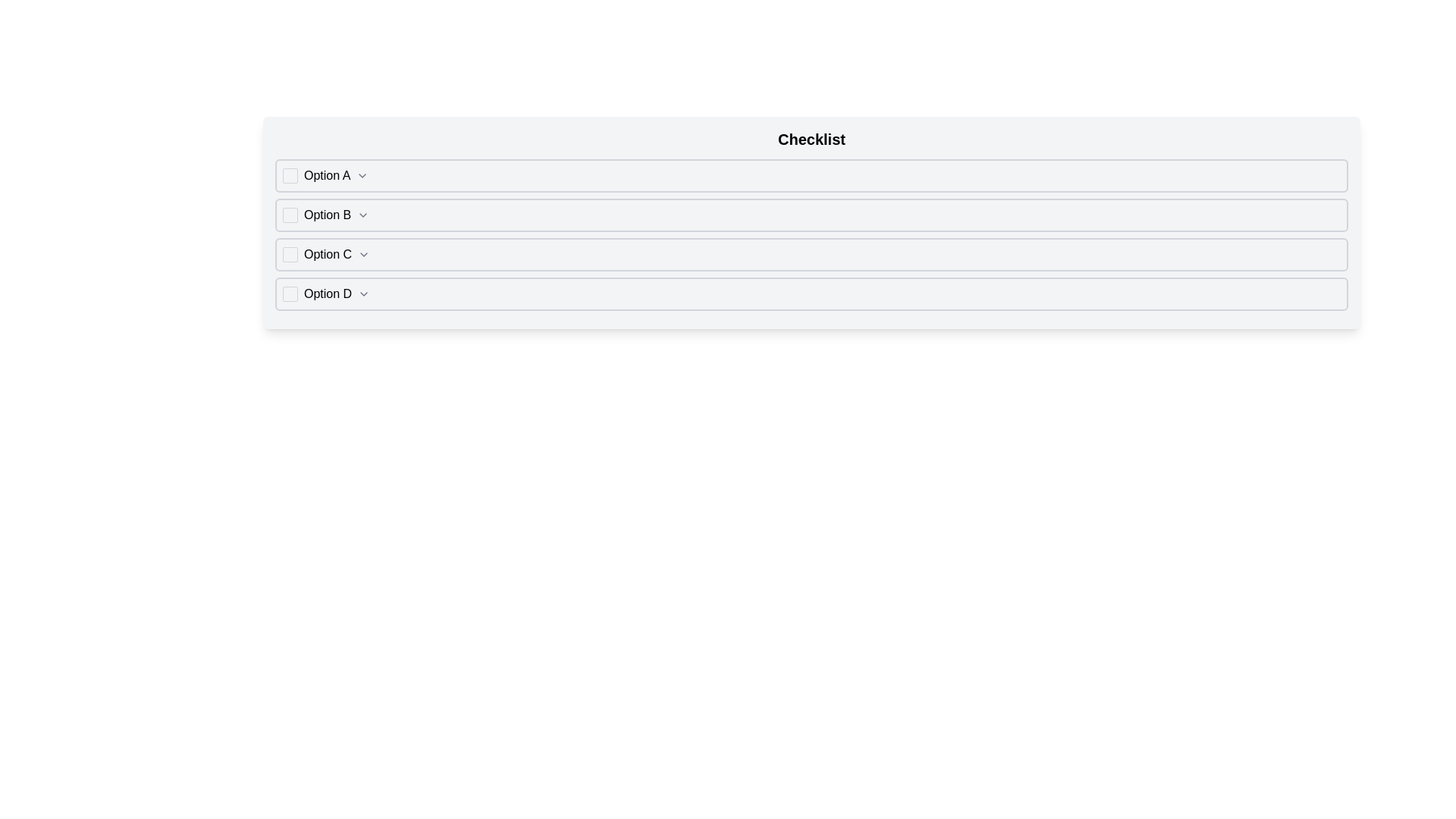 This screenshot has width=1456, height=819. Describe the element at coordinates (811, 294) in the screenshot. I see `the Checkbox labeled 'Option D' to toggle focus by clicking on its main body` at that location.